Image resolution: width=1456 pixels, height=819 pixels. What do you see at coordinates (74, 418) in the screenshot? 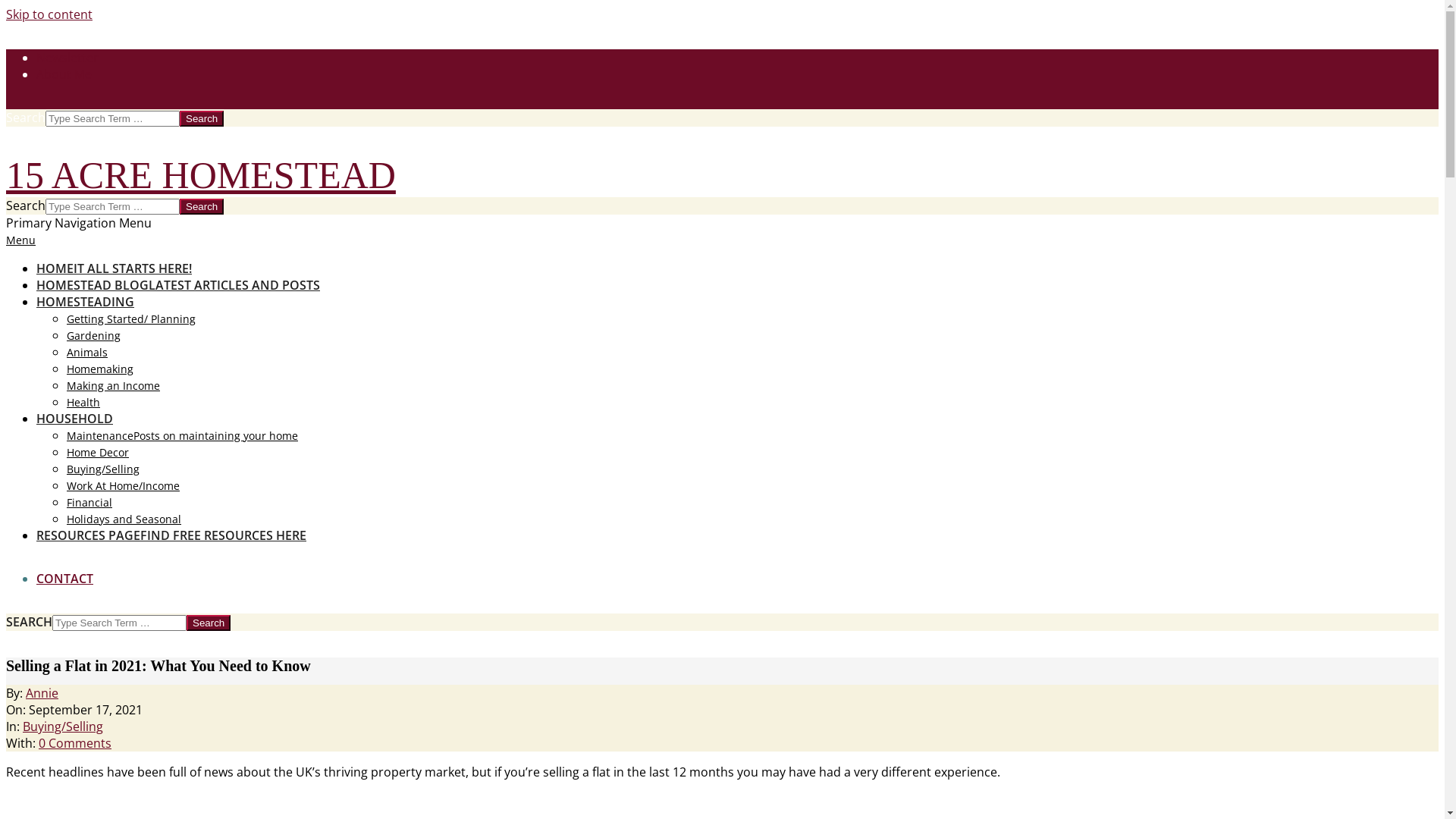
I see `'HOUSEHOLD'` at bounding box center [74, 418].